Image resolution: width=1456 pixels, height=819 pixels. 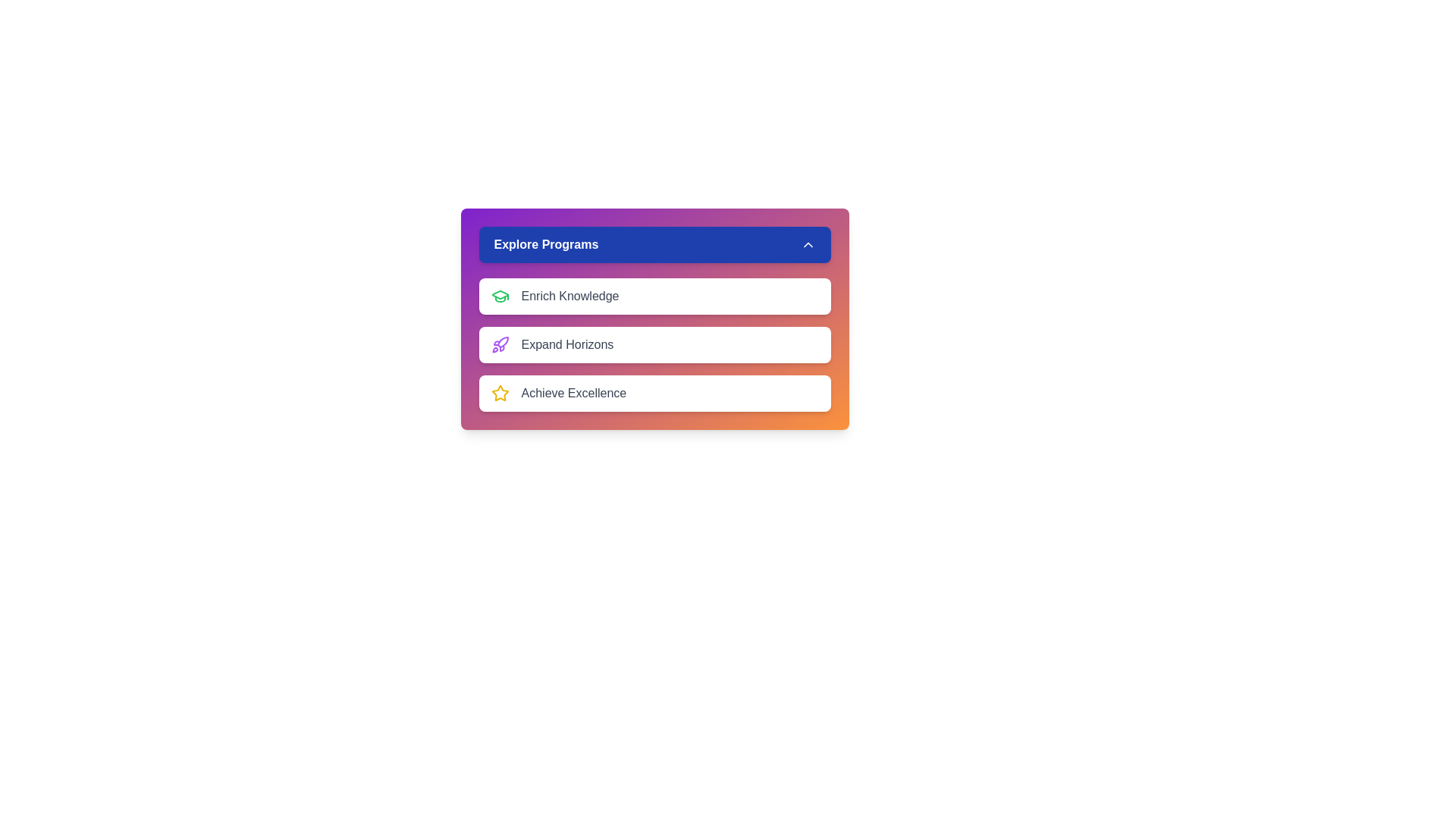 I want to click on the polygonal cap portion of the graduation cap icon, which is depicted with a black stroke and is located to the left of the 'Enrich Knowledge' label, so click(x=500, y=295).